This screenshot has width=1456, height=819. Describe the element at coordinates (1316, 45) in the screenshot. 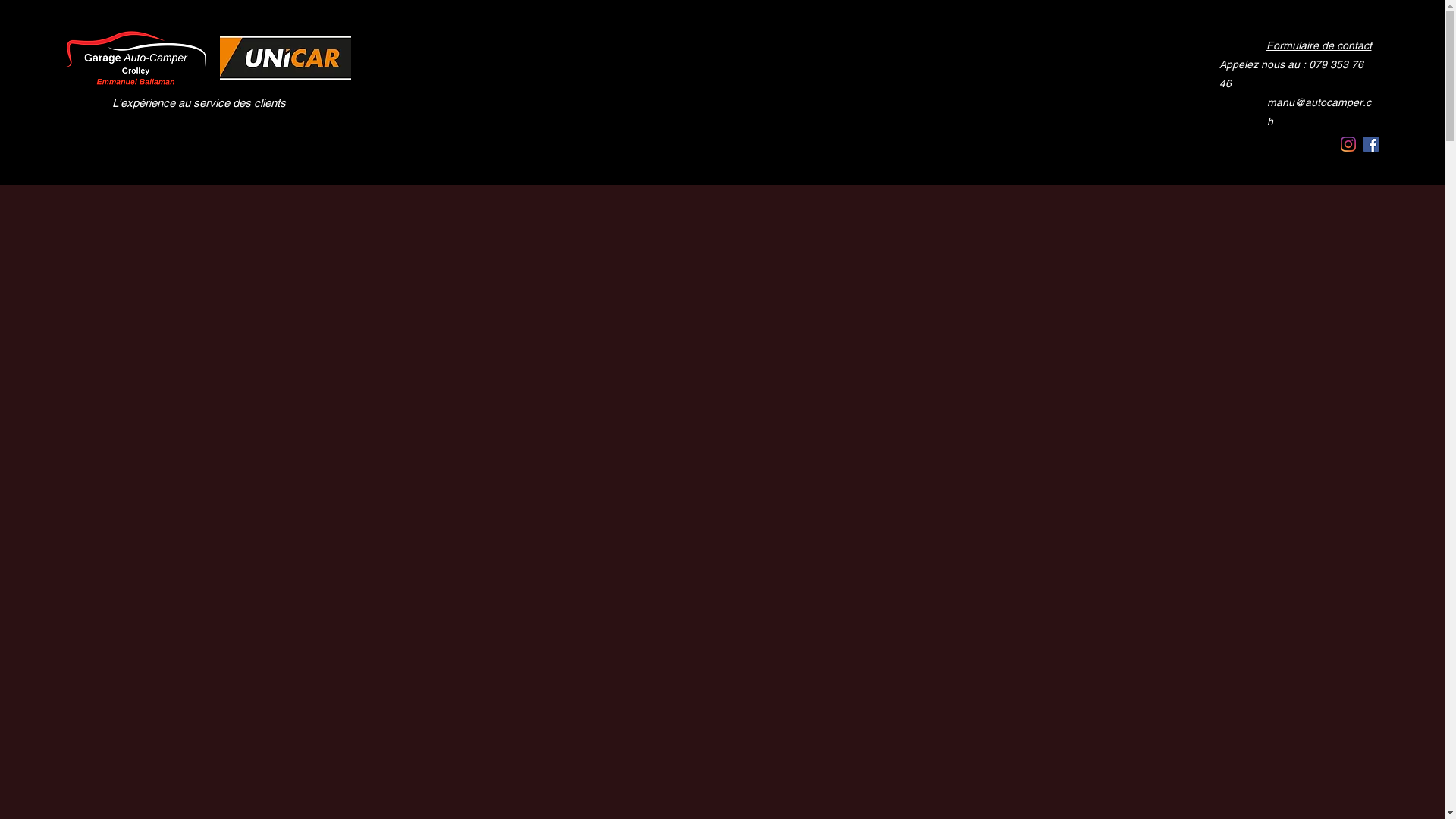

I see `'Formulaire de contact'` at that location.